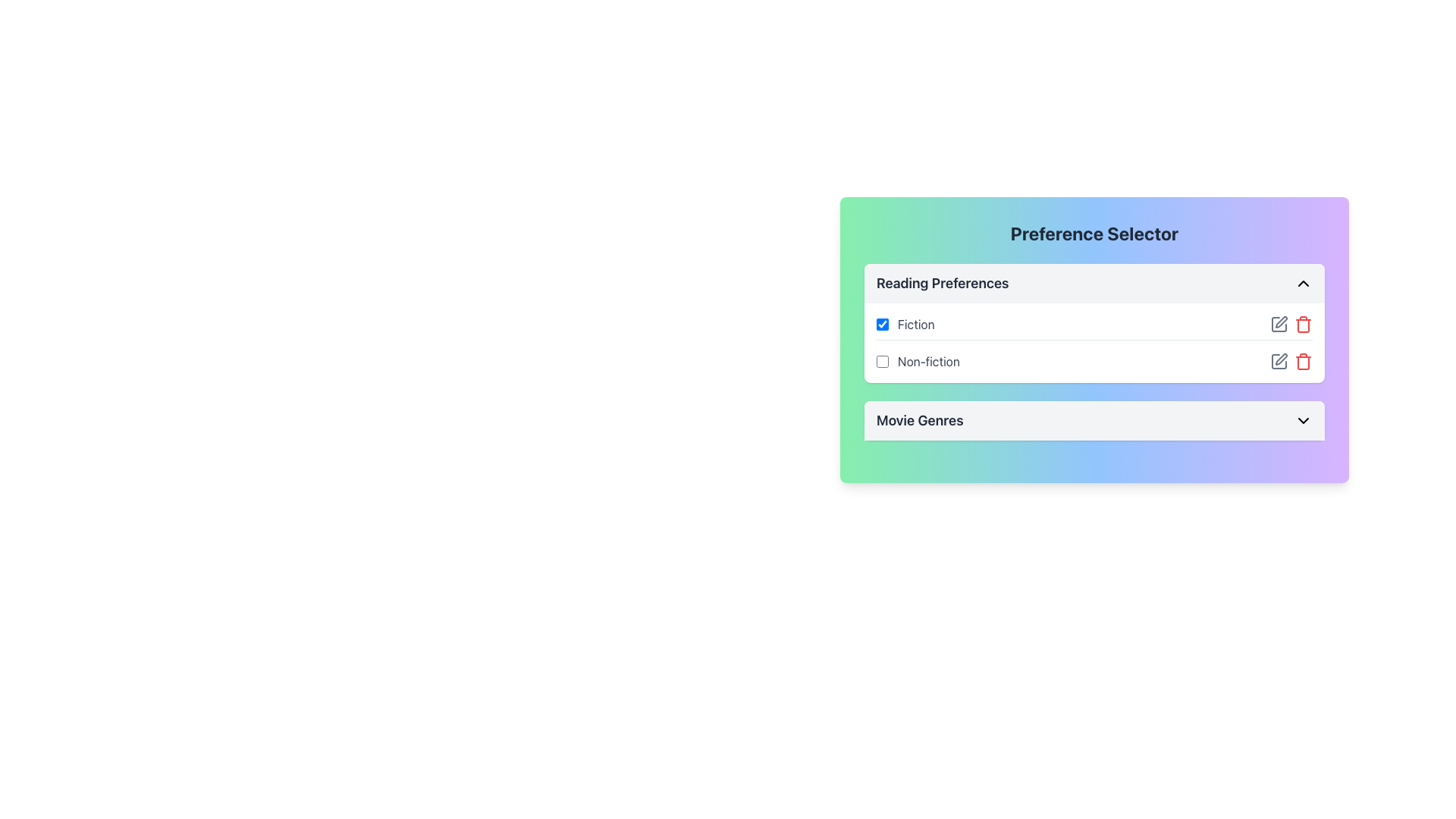 This screenshot has width=1456, height=819. I want to click on the graphic design of the red shaded trash bin icon located on the right side of the 'Non-fiction' row in the 'Reading Preferences' section, so click(1302, 362).